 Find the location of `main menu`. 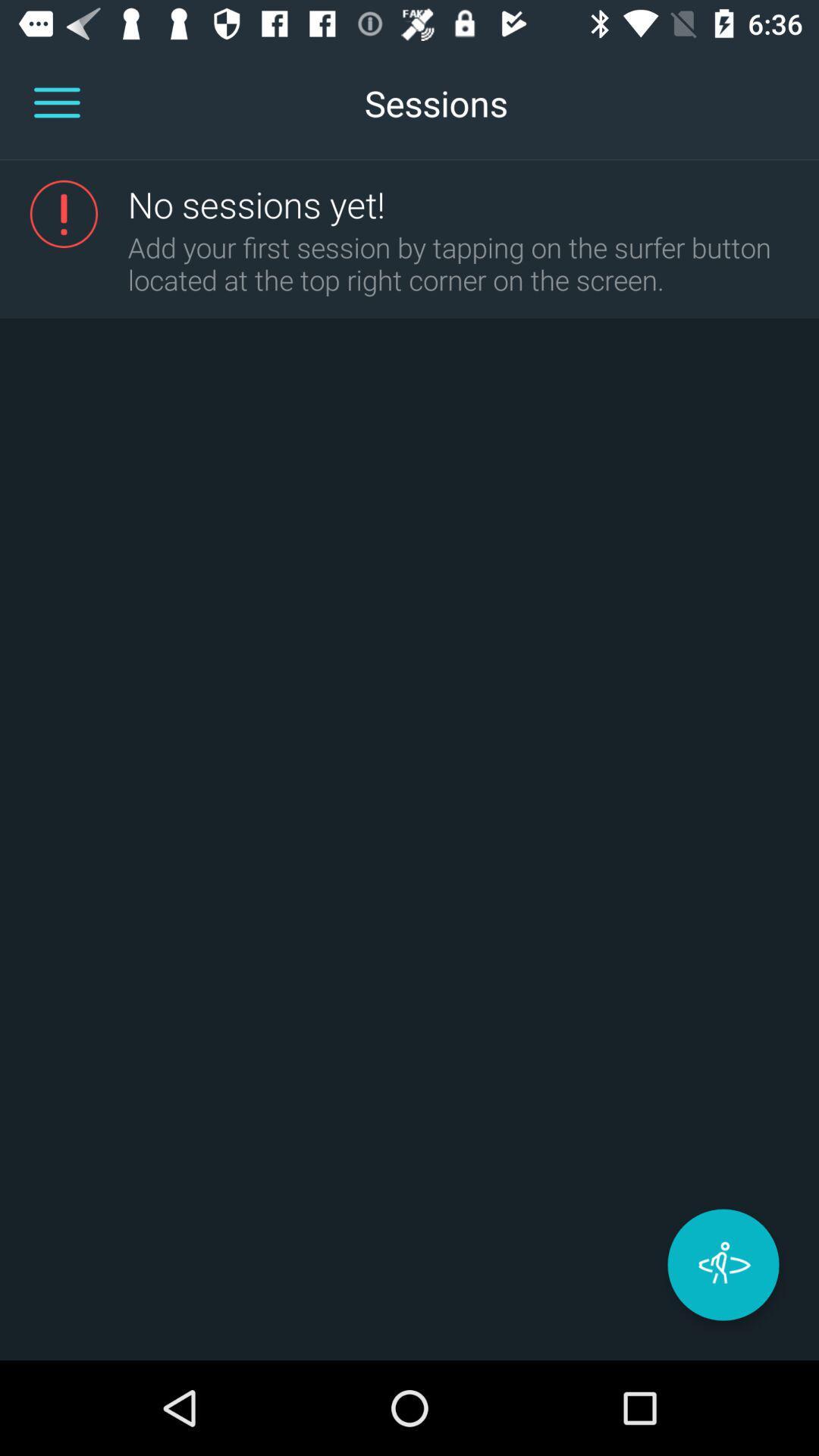

main menu is located at coordinates (56, 102).